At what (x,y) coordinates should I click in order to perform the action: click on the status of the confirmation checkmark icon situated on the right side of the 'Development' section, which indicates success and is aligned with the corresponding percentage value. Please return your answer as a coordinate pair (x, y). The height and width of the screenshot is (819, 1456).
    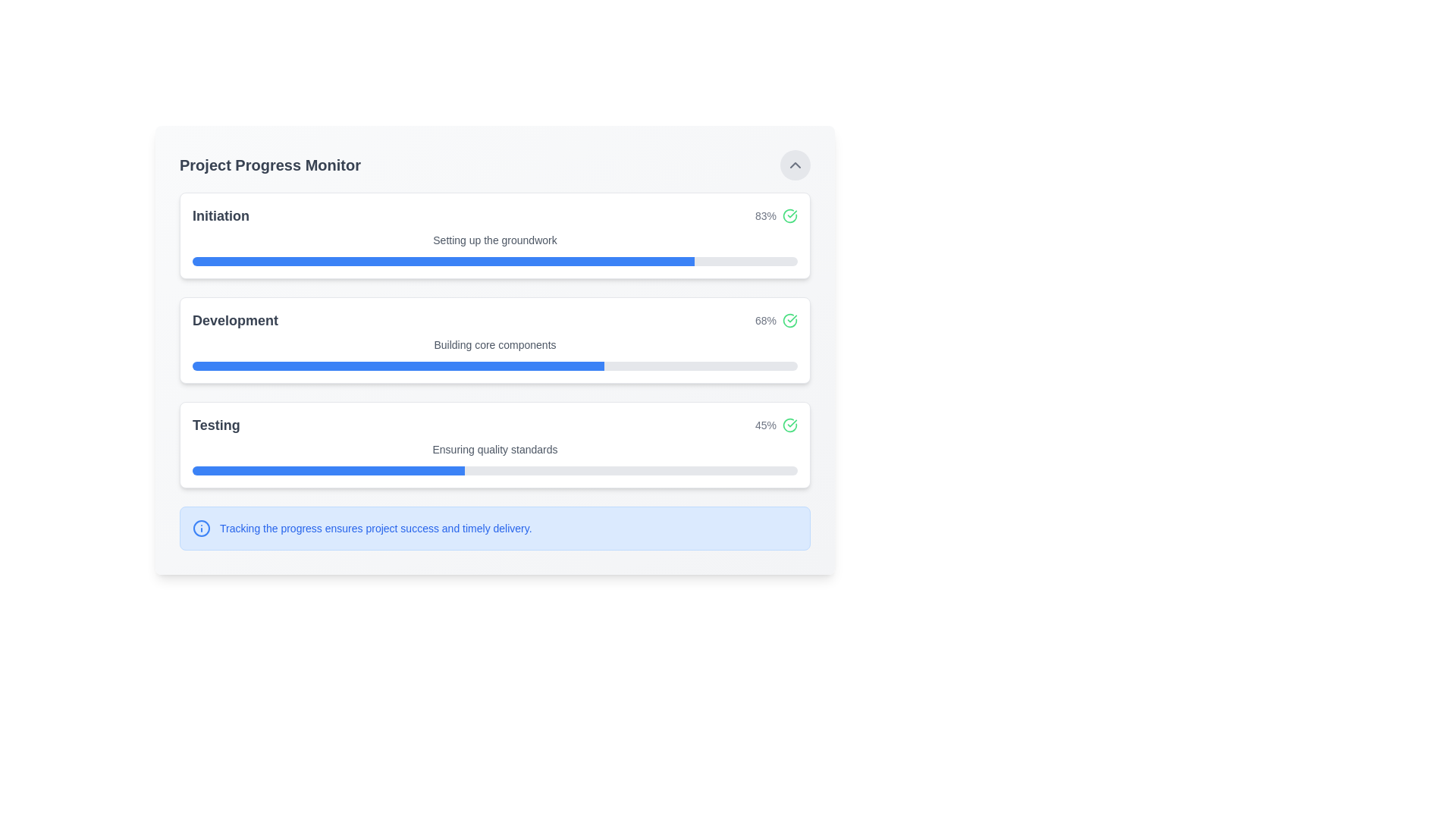
    Looking at the image, I should click on (789, 425).